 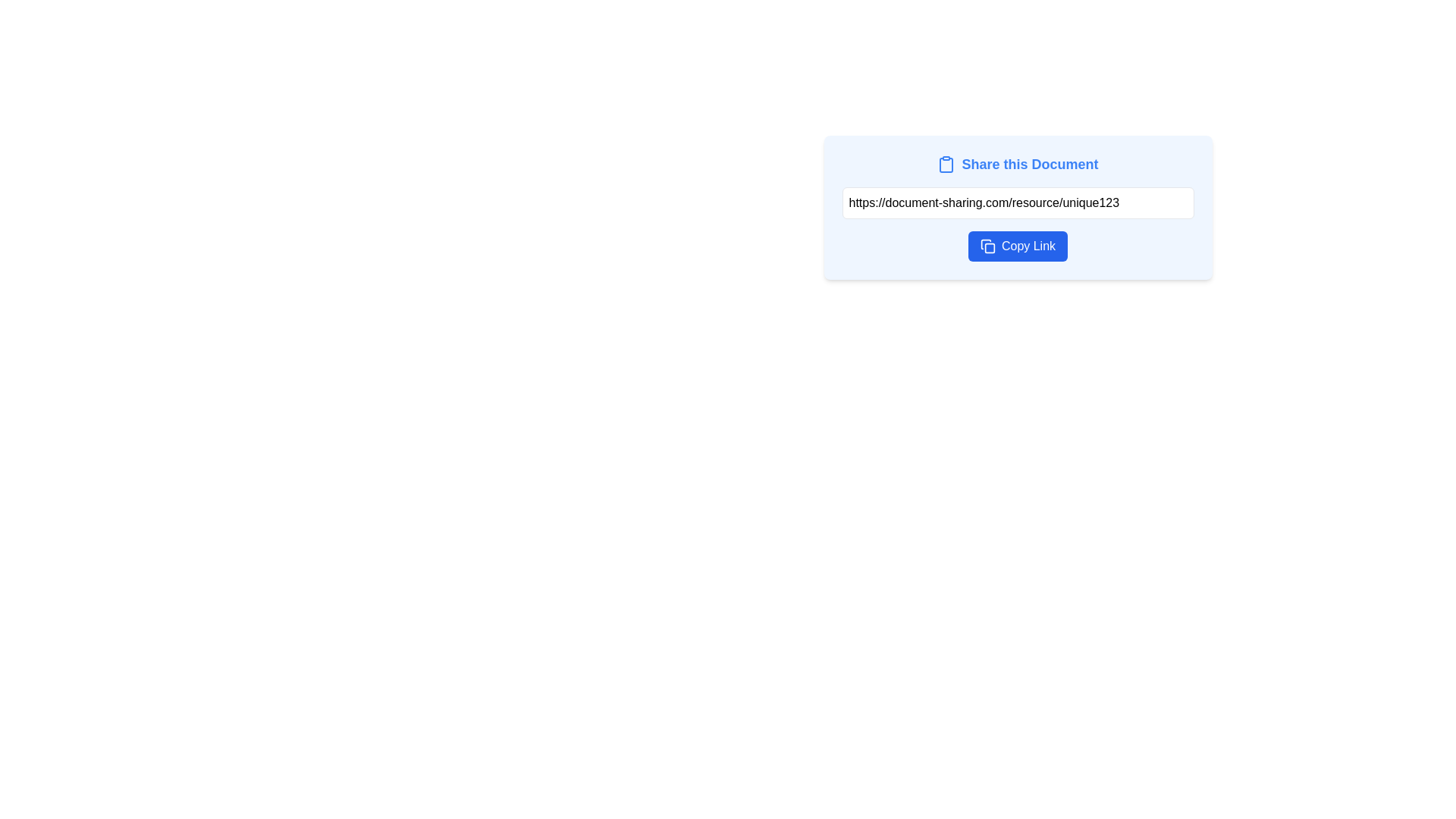 What do you see at coordinates (990, 247) in the screenshot?
I see `the iconographic component of the 'Copy Link' button` at bounding box center [990, 247].